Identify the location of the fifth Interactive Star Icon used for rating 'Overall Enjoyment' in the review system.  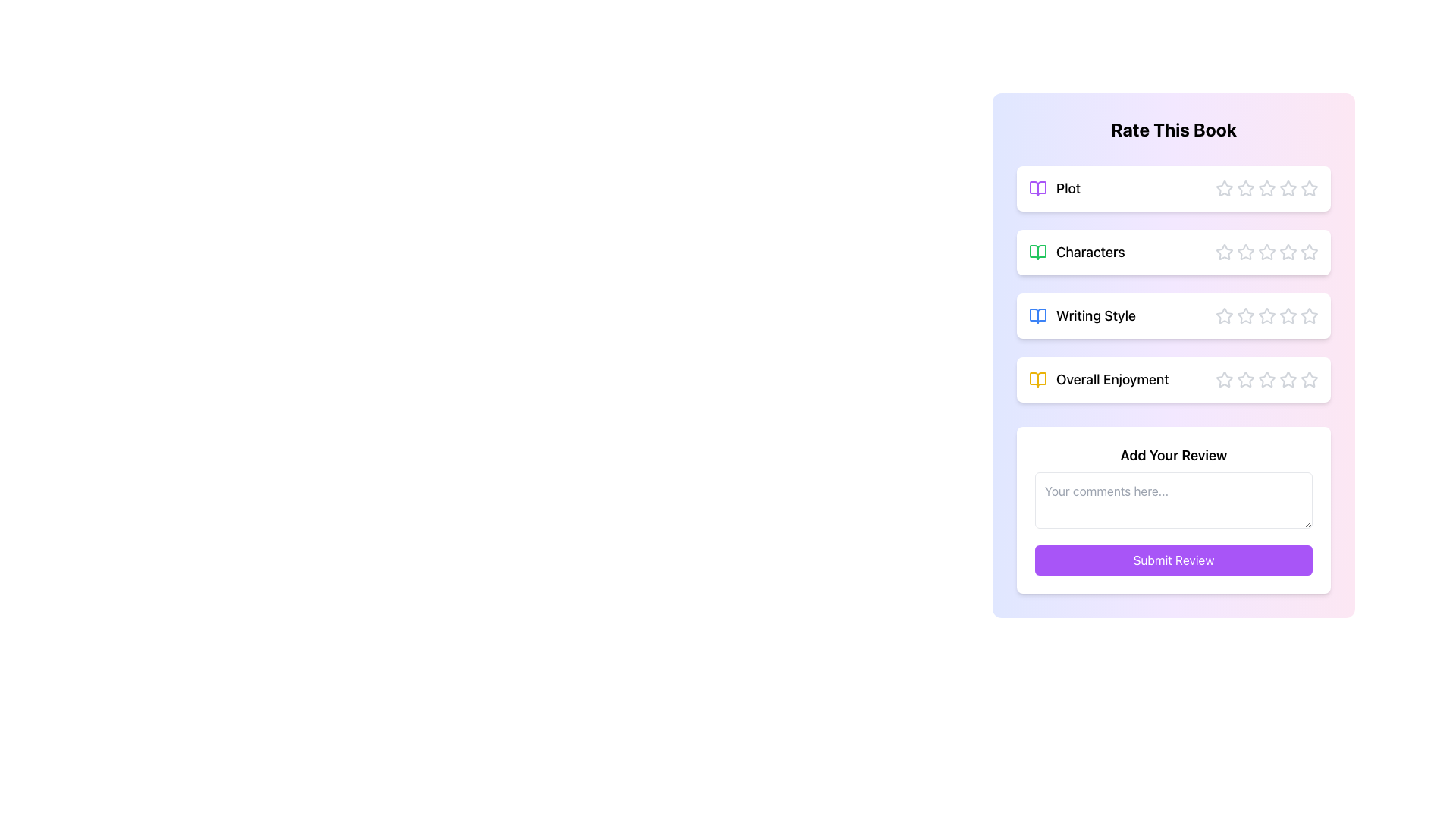
(1309, 378).